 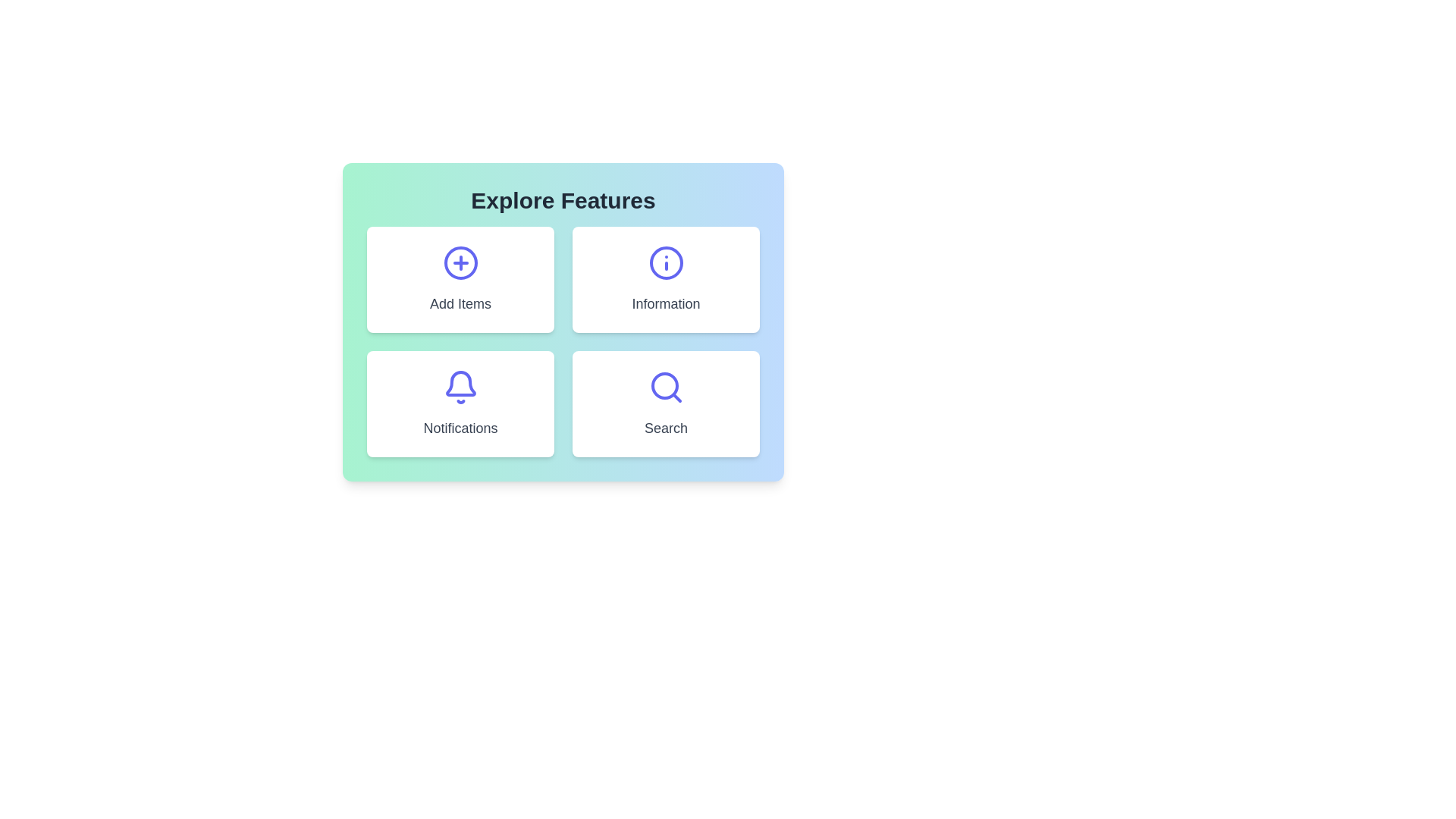 What do you see at coordinates (460, 403) in the screenshot?
I see `the Notifications button located in the bottom-left position of the 2x2 grid layout` at bounding box center [460, 403].